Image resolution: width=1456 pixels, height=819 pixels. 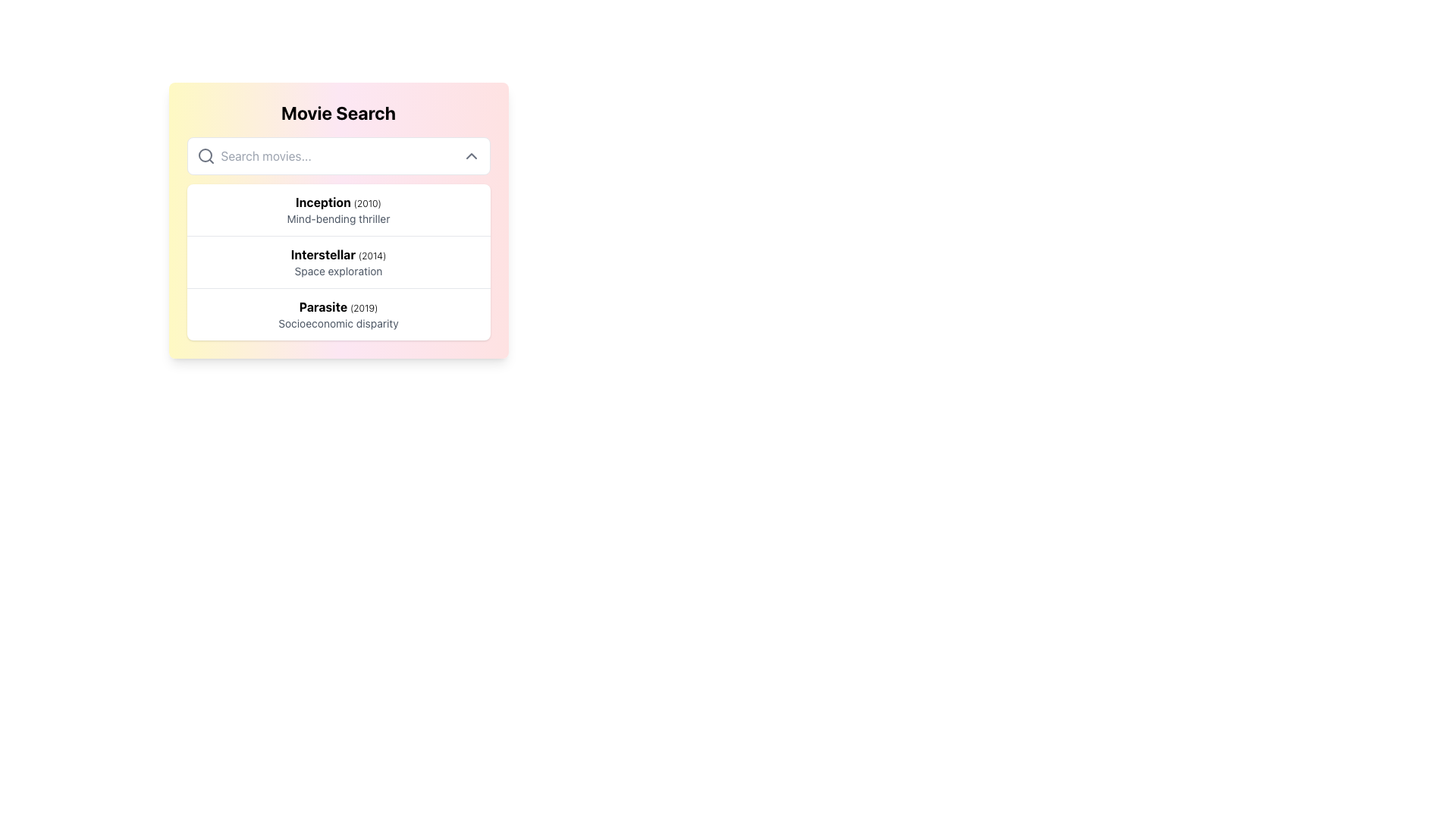 I want to click on the icon button located at the far right of the search bar, so click(x=470, y=155).